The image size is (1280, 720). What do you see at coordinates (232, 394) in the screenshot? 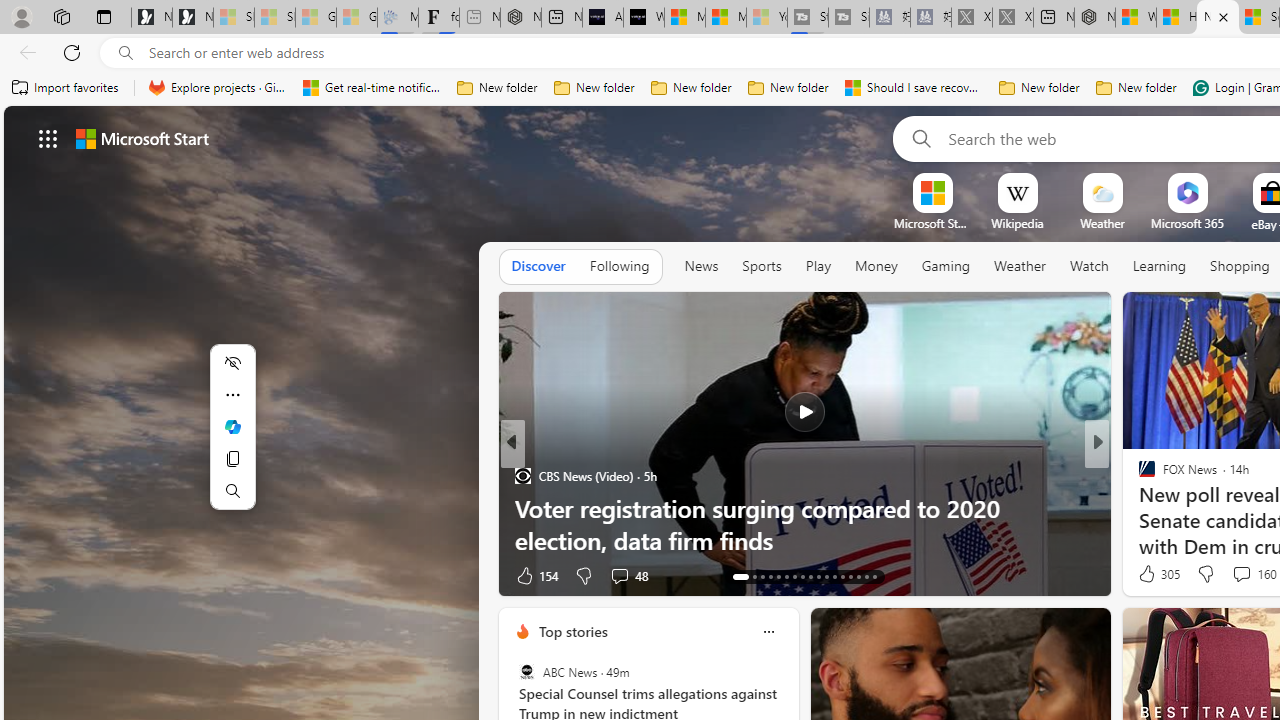
I see `'More actions'` at bounding box center [232, 394].